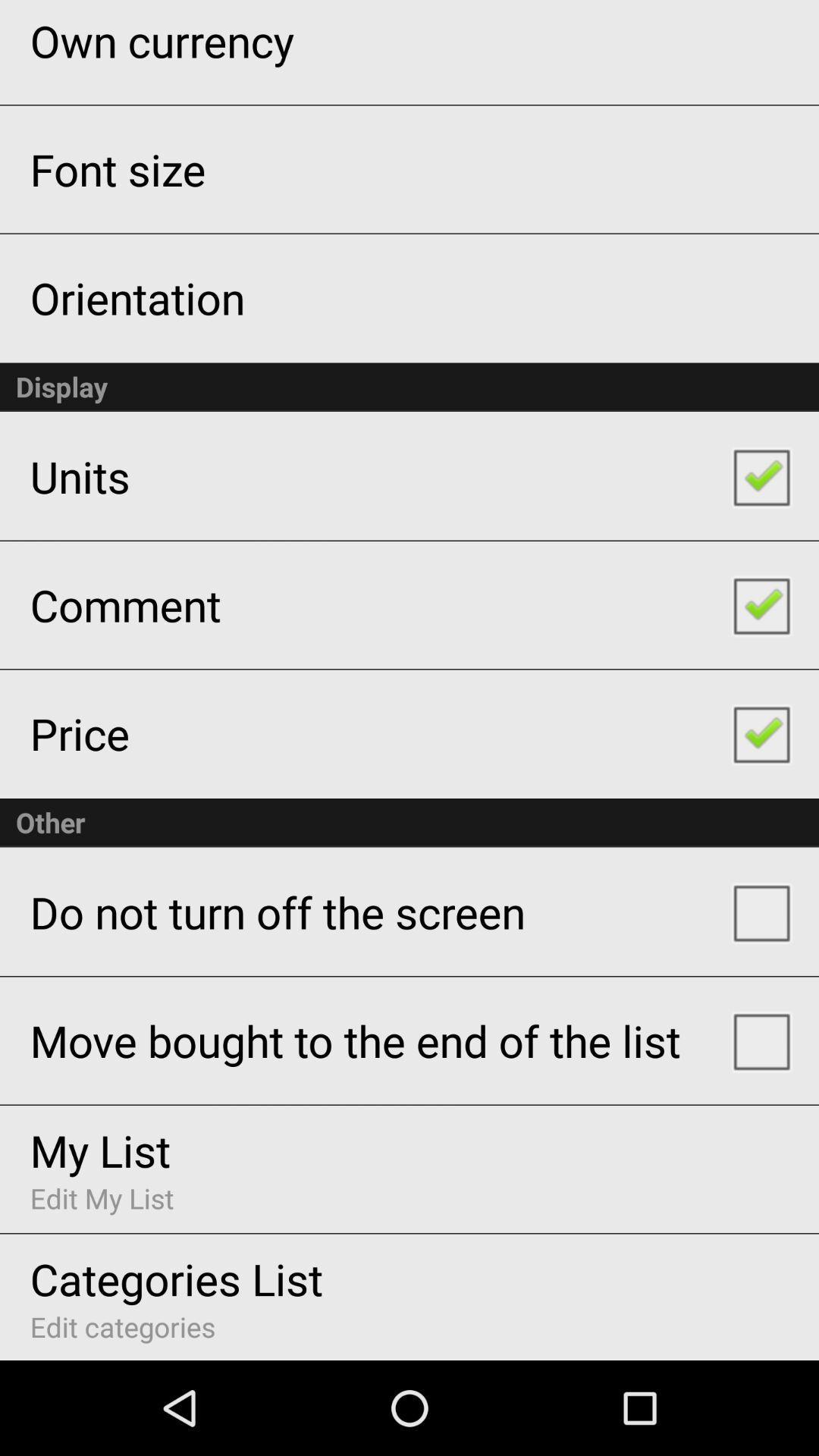 The width and height of the screenshot is (819, 1456). What do you see at coordinates (80, 475) in the screenshot?
I see `app below display icon` at bounding box center [80, 475].